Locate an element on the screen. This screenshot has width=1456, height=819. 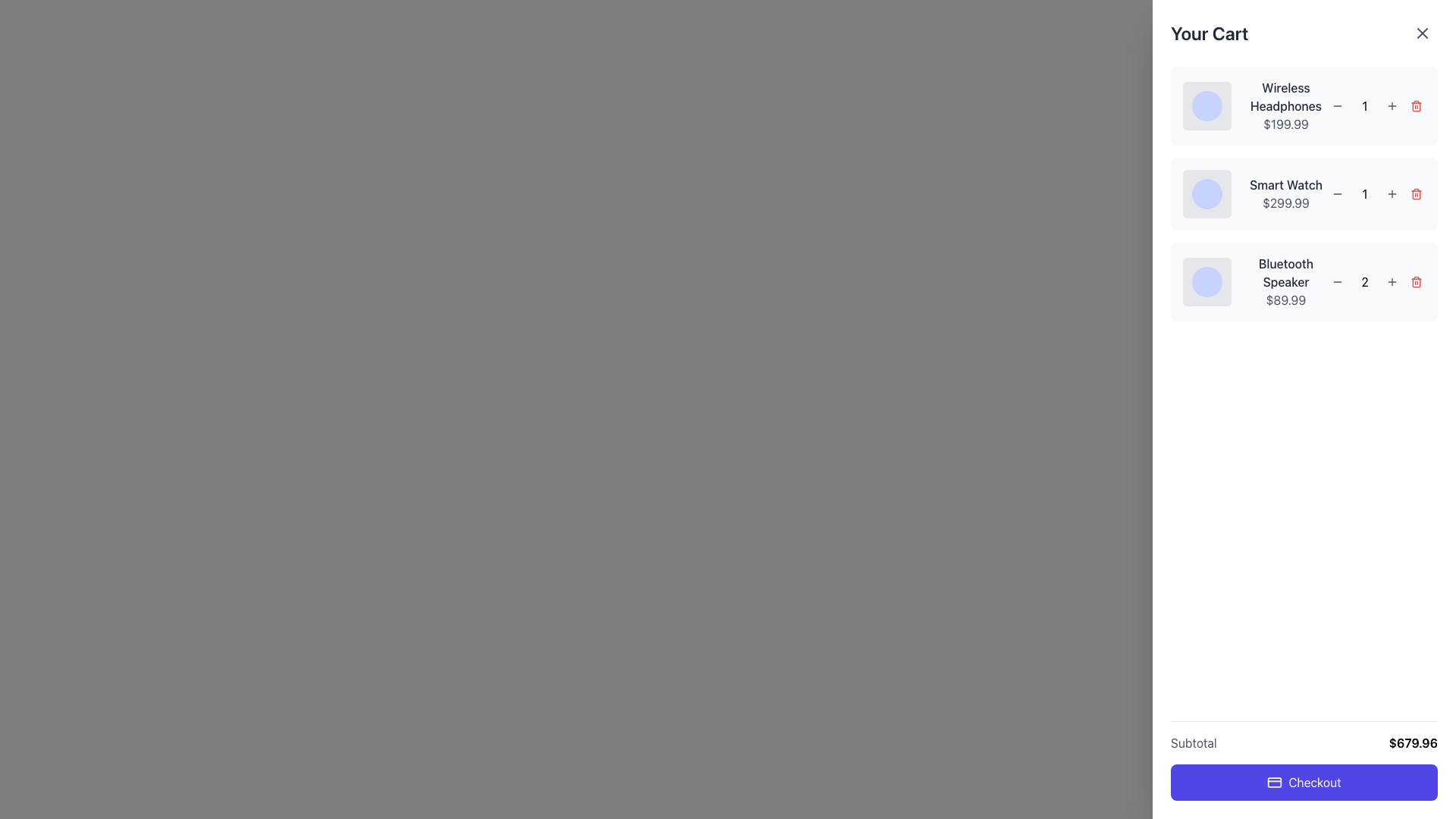
the round button with a plus icon located to the right of the numeric label '1' in the second item of the 'Your Cart' section to increment the item quantity is located at coordinates (1392, 193).